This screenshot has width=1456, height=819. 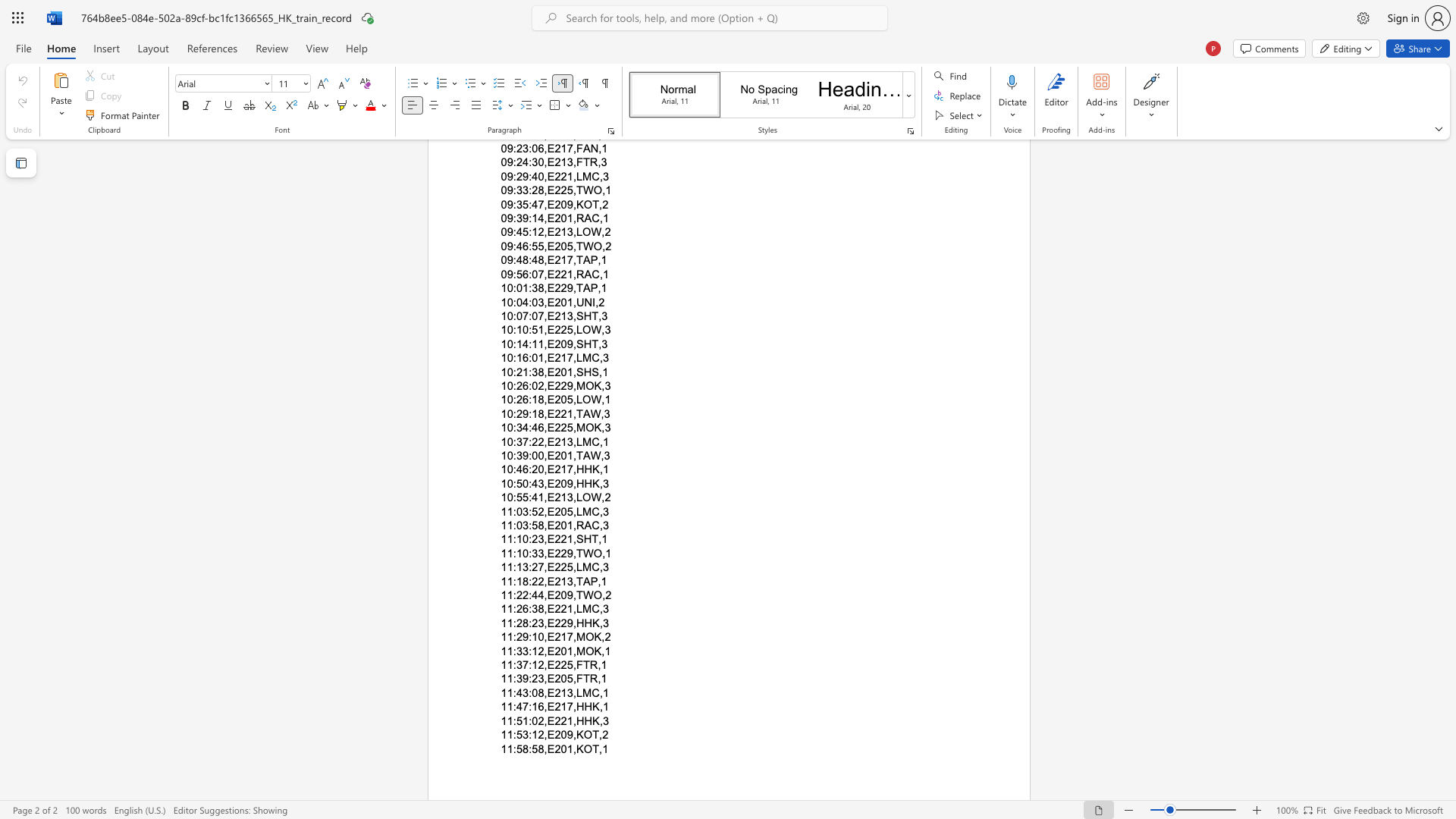 What do you see at coordinates (538, 511) in the screenshot?
I see `the subset text "2,E205,LMC" within the text "11:03:52,E205,LMC,3"` at bounding box center [538, 511].